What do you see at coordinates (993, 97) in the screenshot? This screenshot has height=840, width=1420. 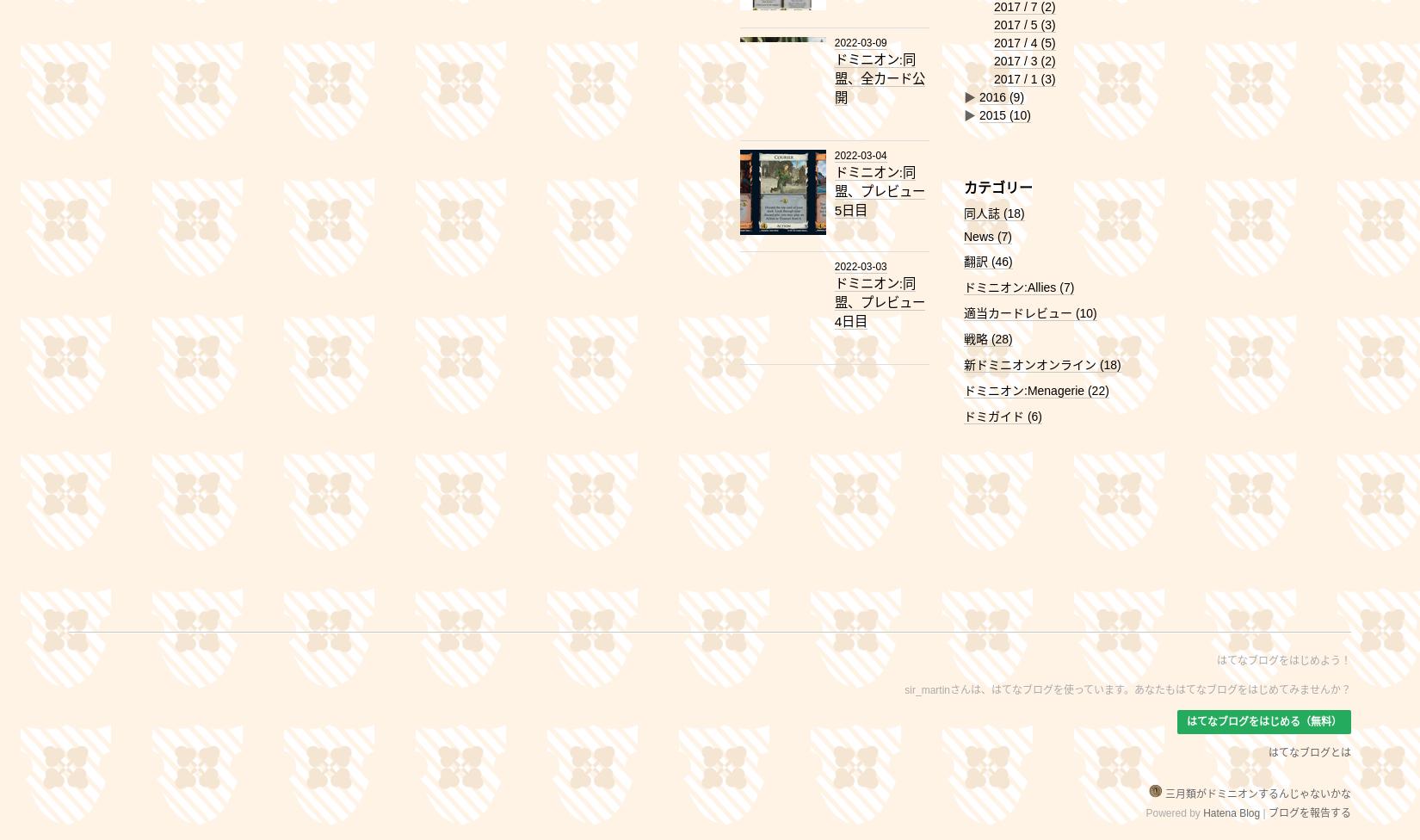 I see `'2016'` at bounding box center [993, 97].